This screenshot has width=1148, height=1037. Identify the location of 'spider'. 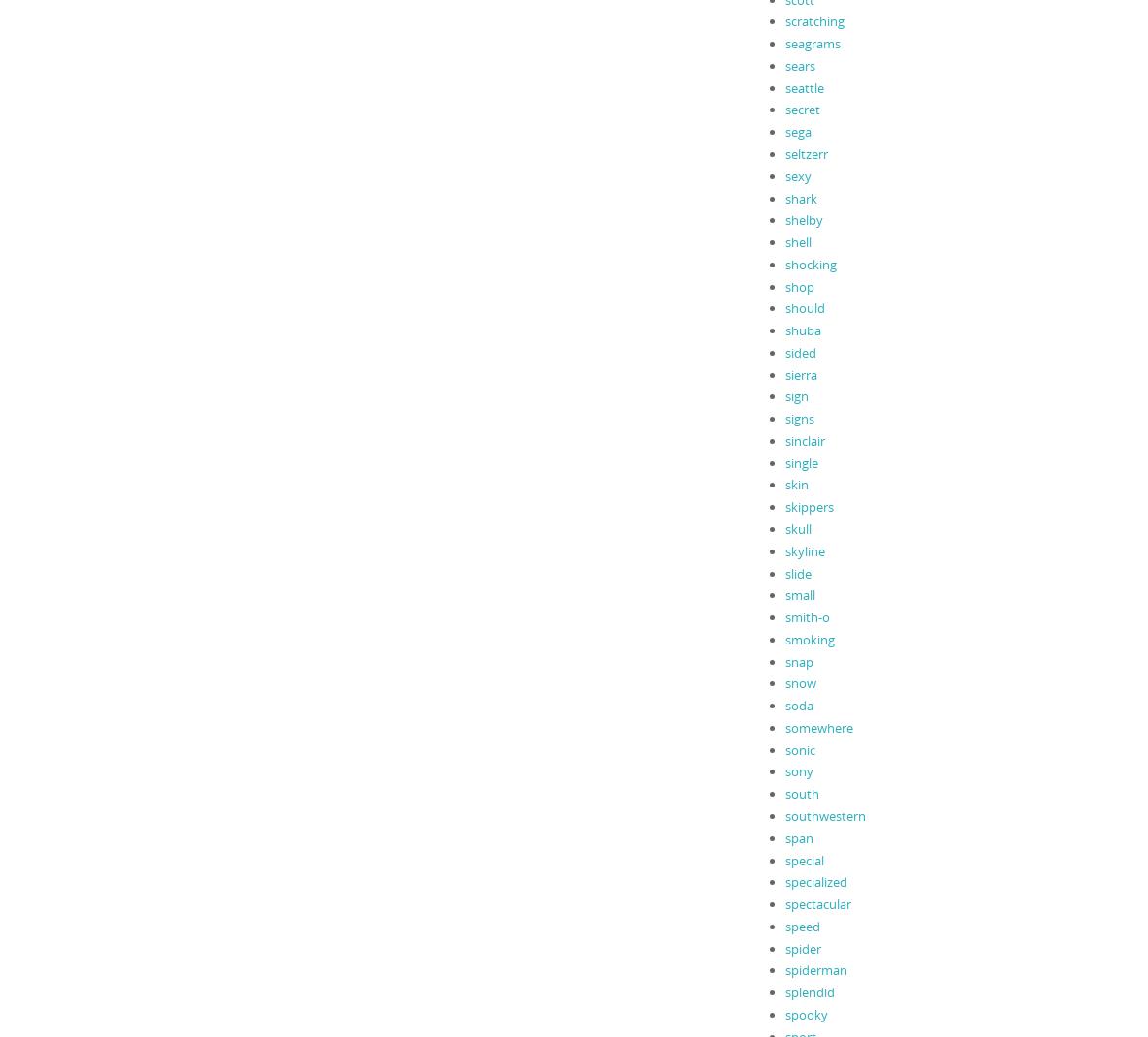
(783, 946).